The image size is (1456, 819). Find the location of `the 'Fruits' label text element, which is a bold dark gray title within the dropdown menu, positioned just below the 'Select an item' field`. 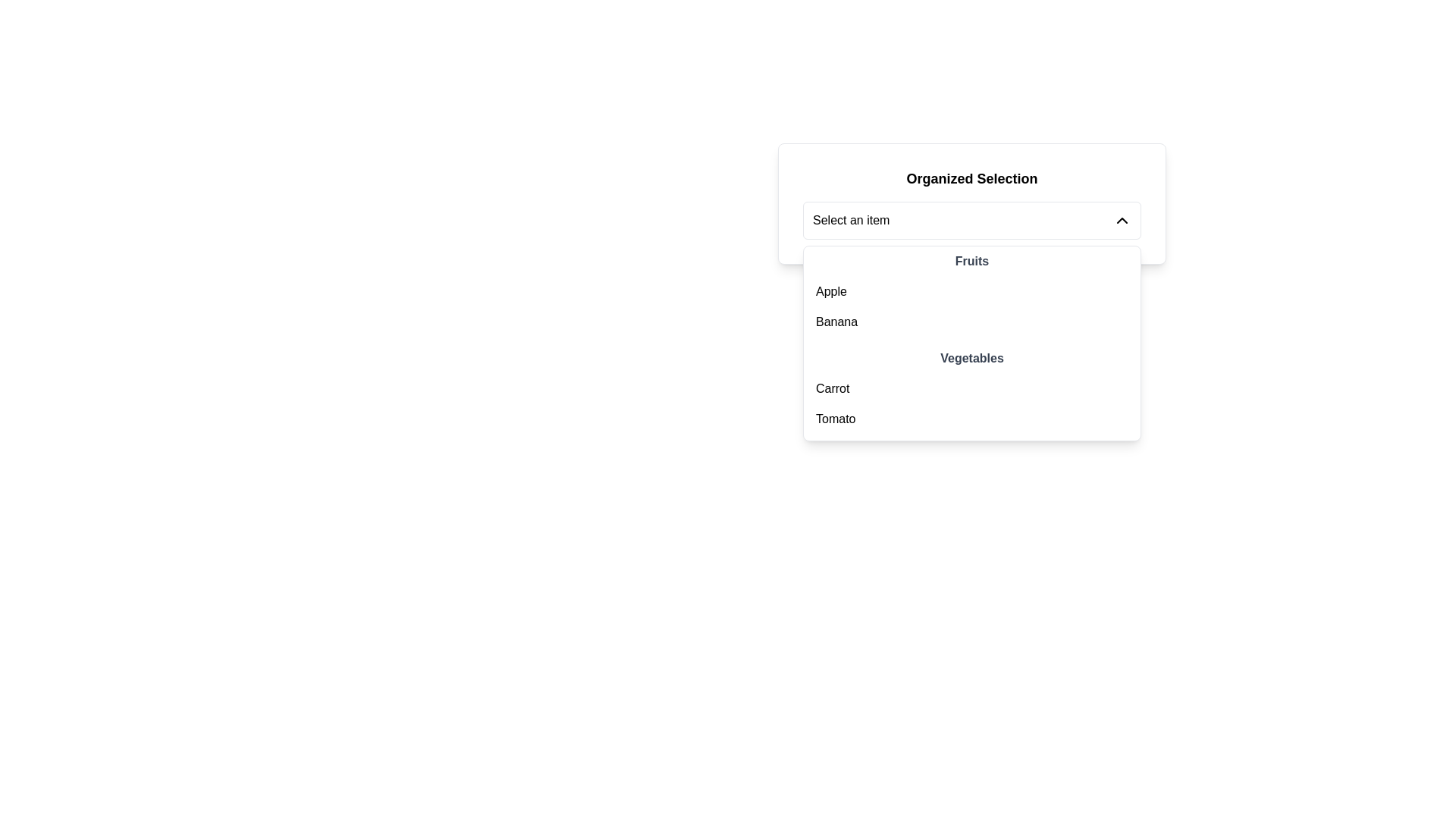

the 'Fruits' label text element, which is a bold dark gray title within the dropdown menu, positioned just below the 'Select an item' field is located at coordinates (971, 260).